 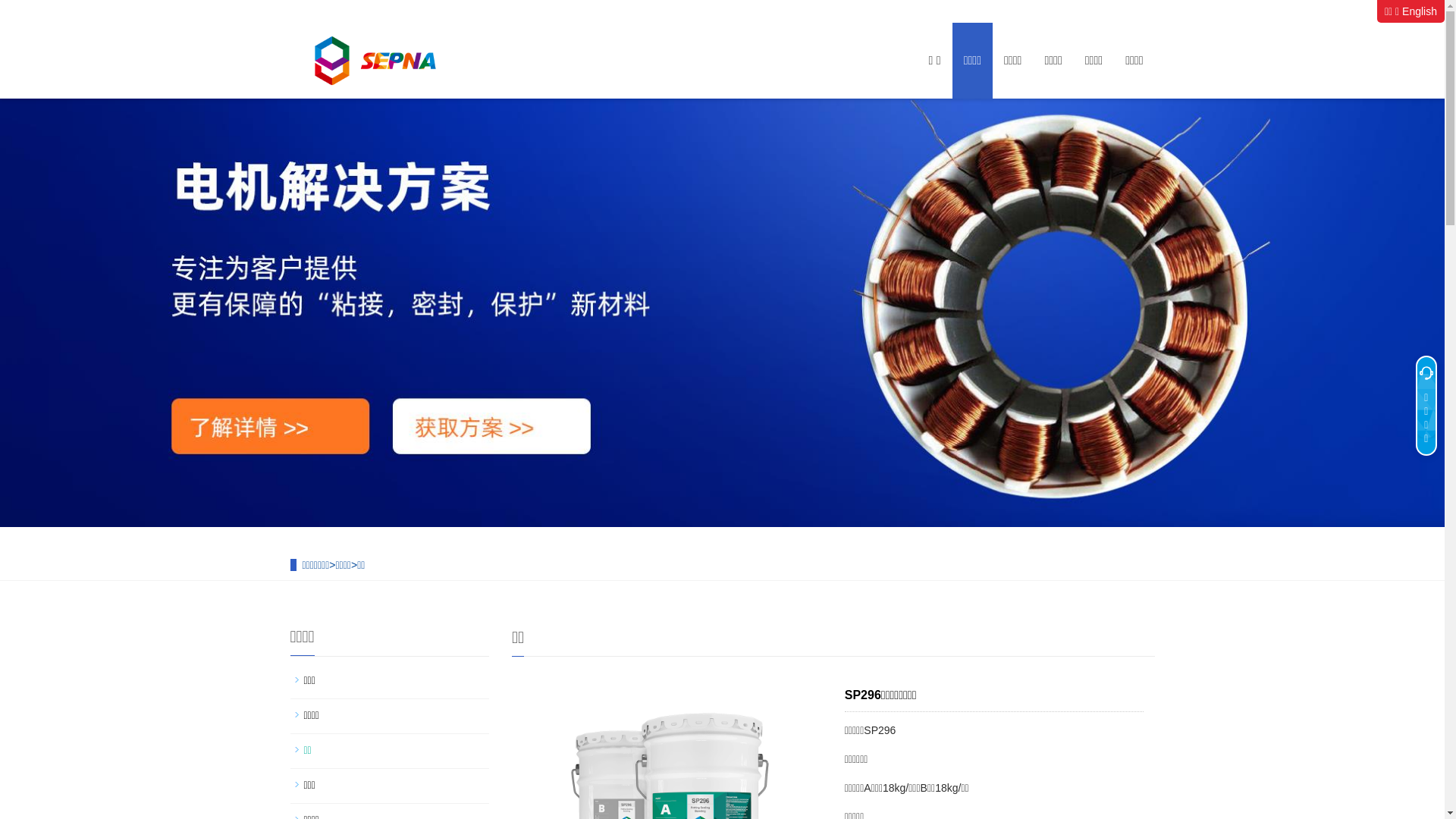 I want to click on 'English', so click(x=1401, y=11).